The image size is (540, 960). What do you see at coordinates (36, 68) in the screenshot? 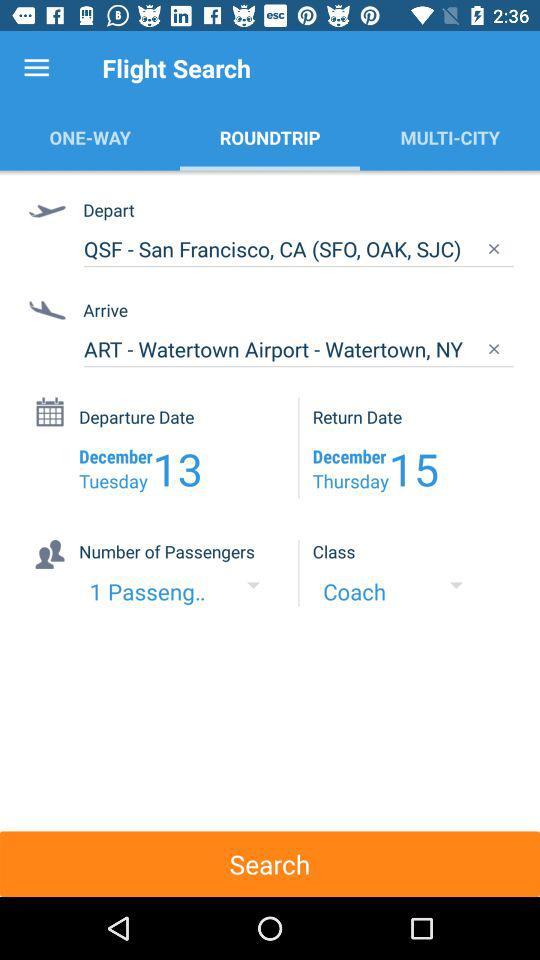
I see `icon next to flight search item` at bounding box center [36, 68].